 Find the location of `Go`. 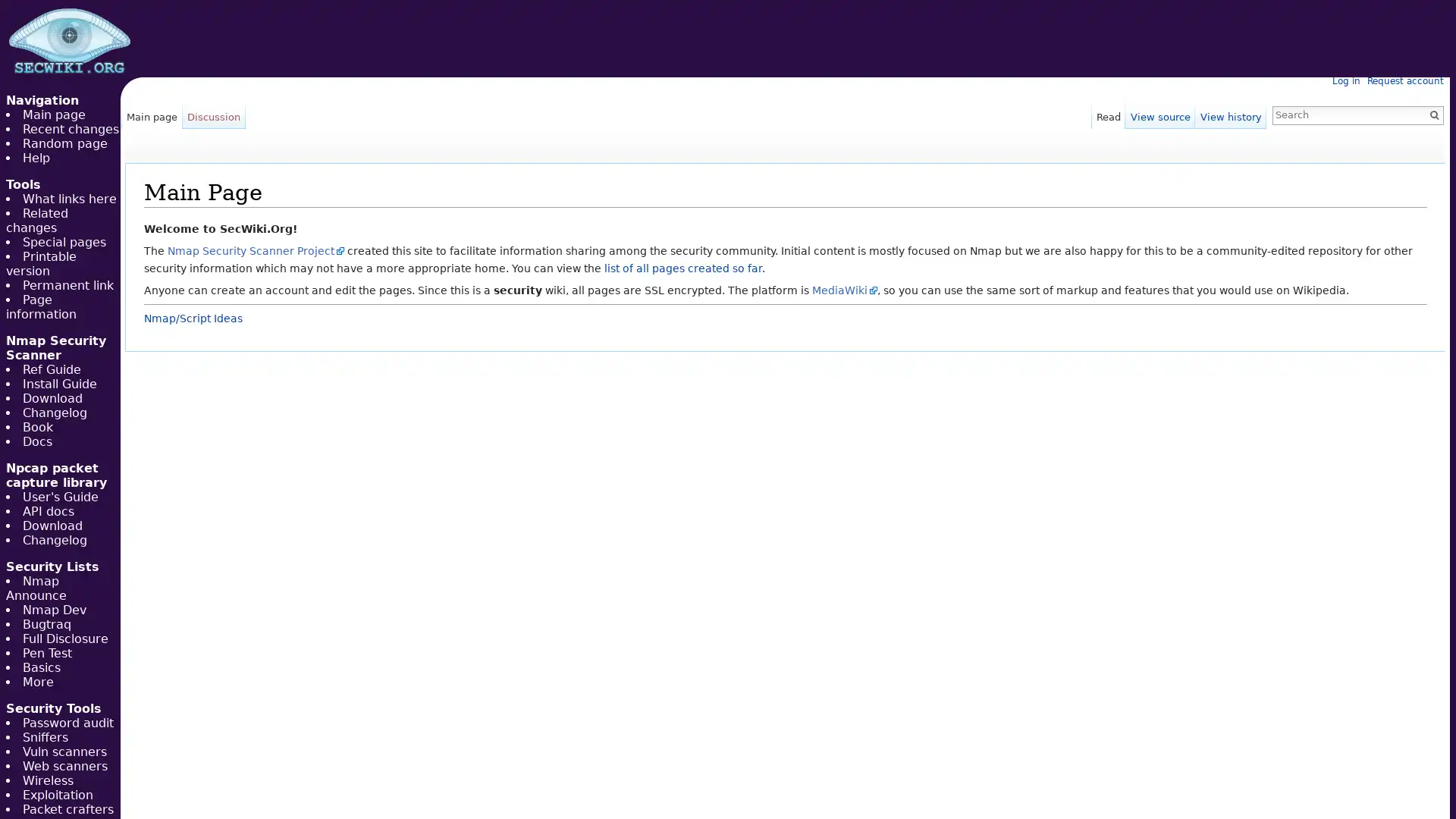

Go is located at coordinates (1433, 114).